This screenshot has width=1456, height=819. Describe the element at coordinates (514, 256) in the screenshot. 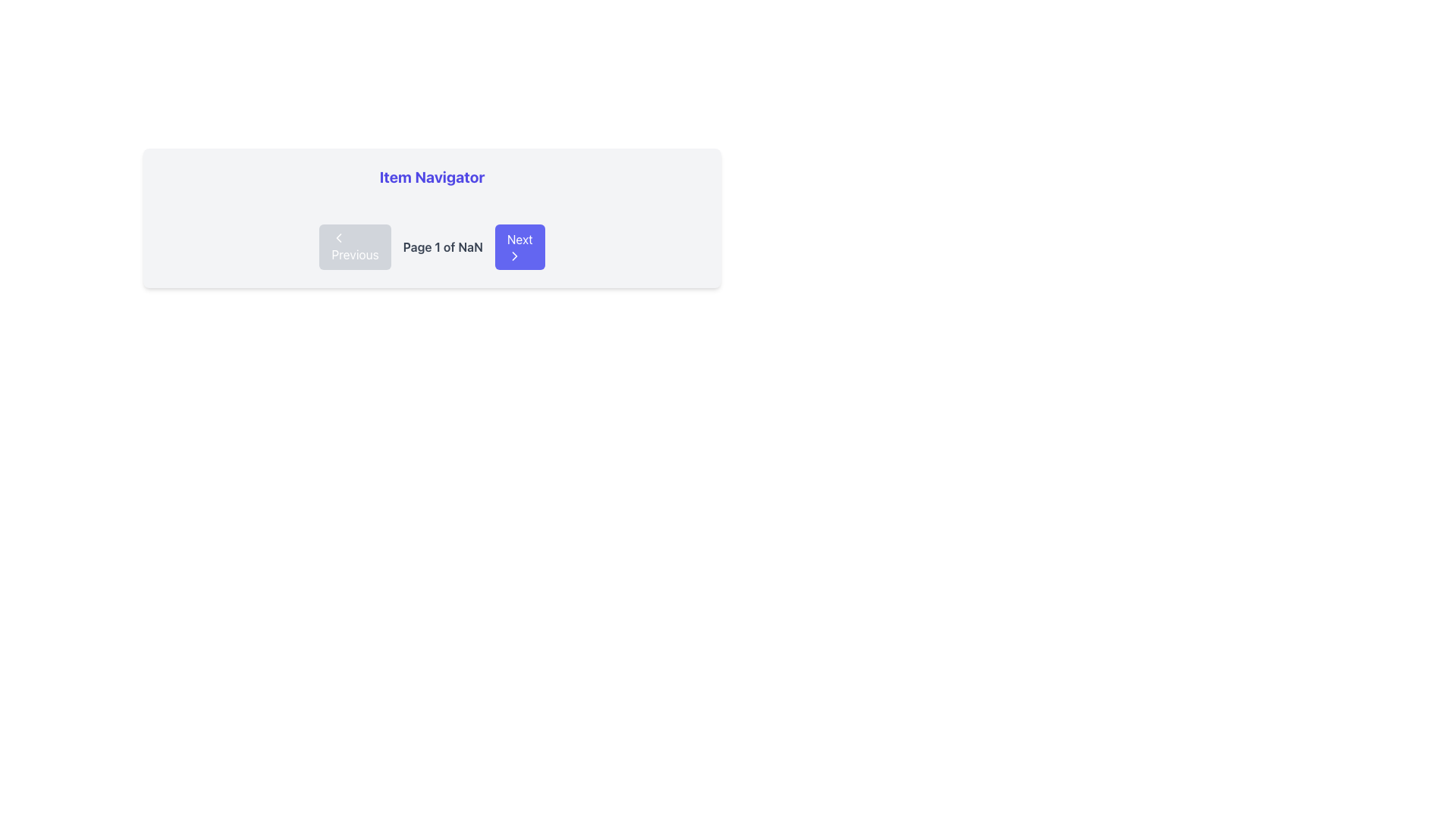

I see `the decorative forward navigation icon associated with the 'Next' button, located to the right of the pagination counter` at that location.